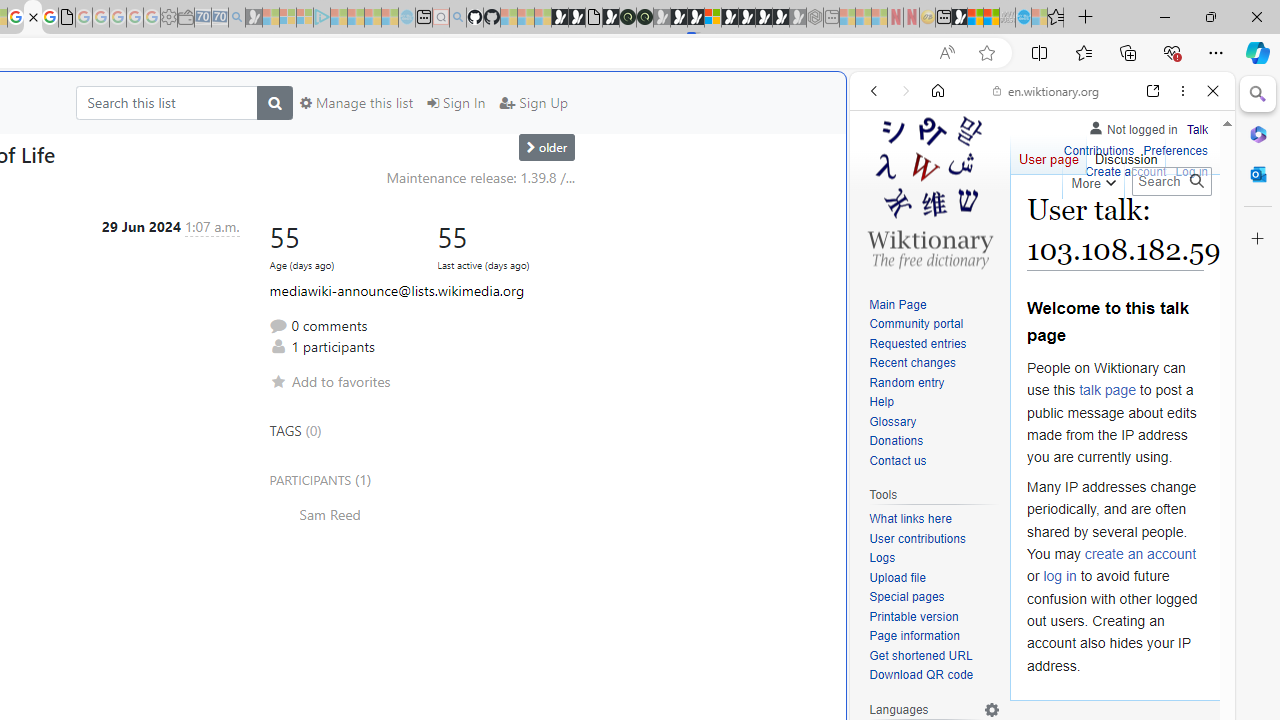  I want to click on 'Upload file', so click(896, 577).